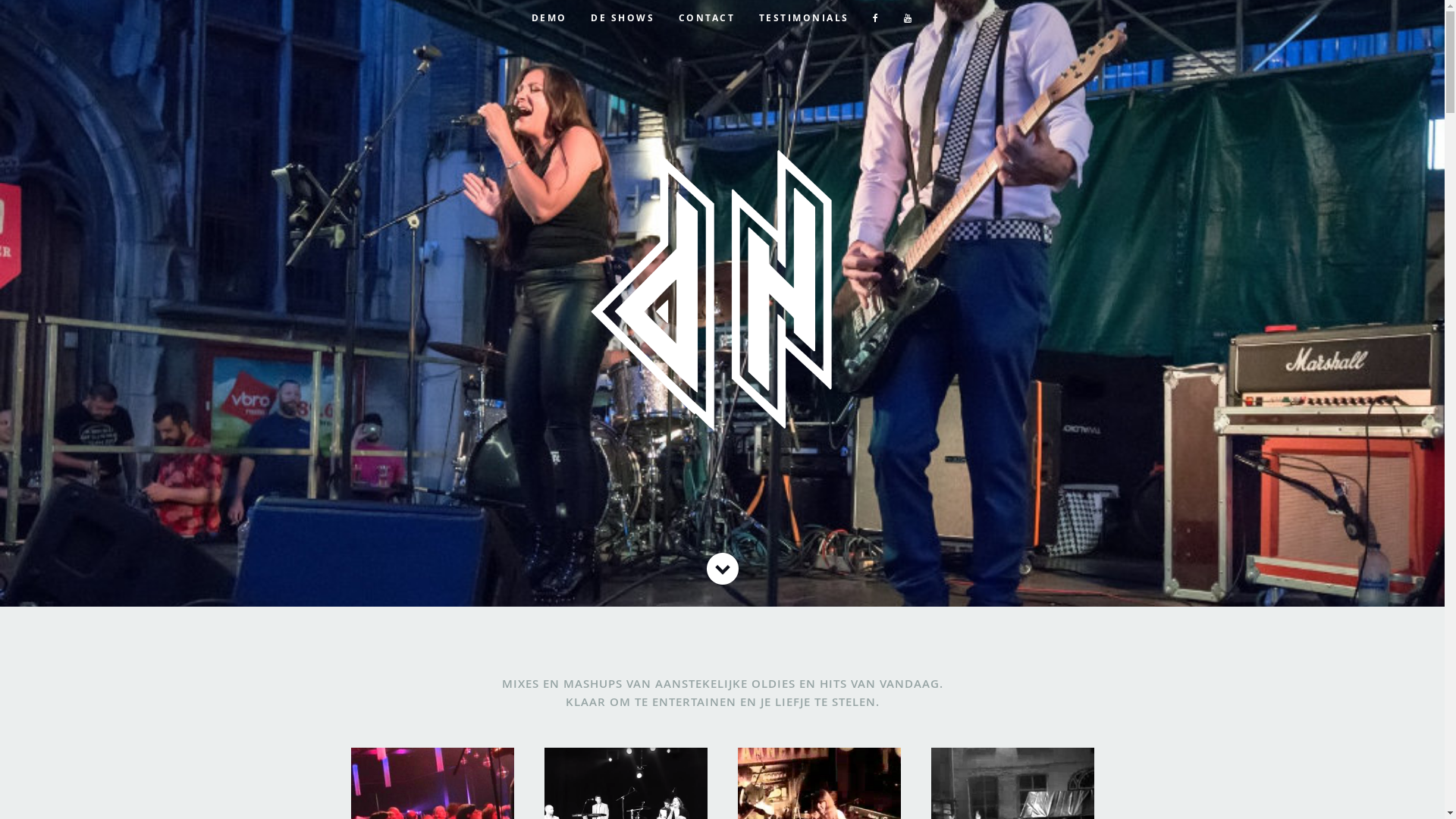 The width and height of the screenshot is (1456, 819). I want to click on 'DEMO', so click(548, 17).